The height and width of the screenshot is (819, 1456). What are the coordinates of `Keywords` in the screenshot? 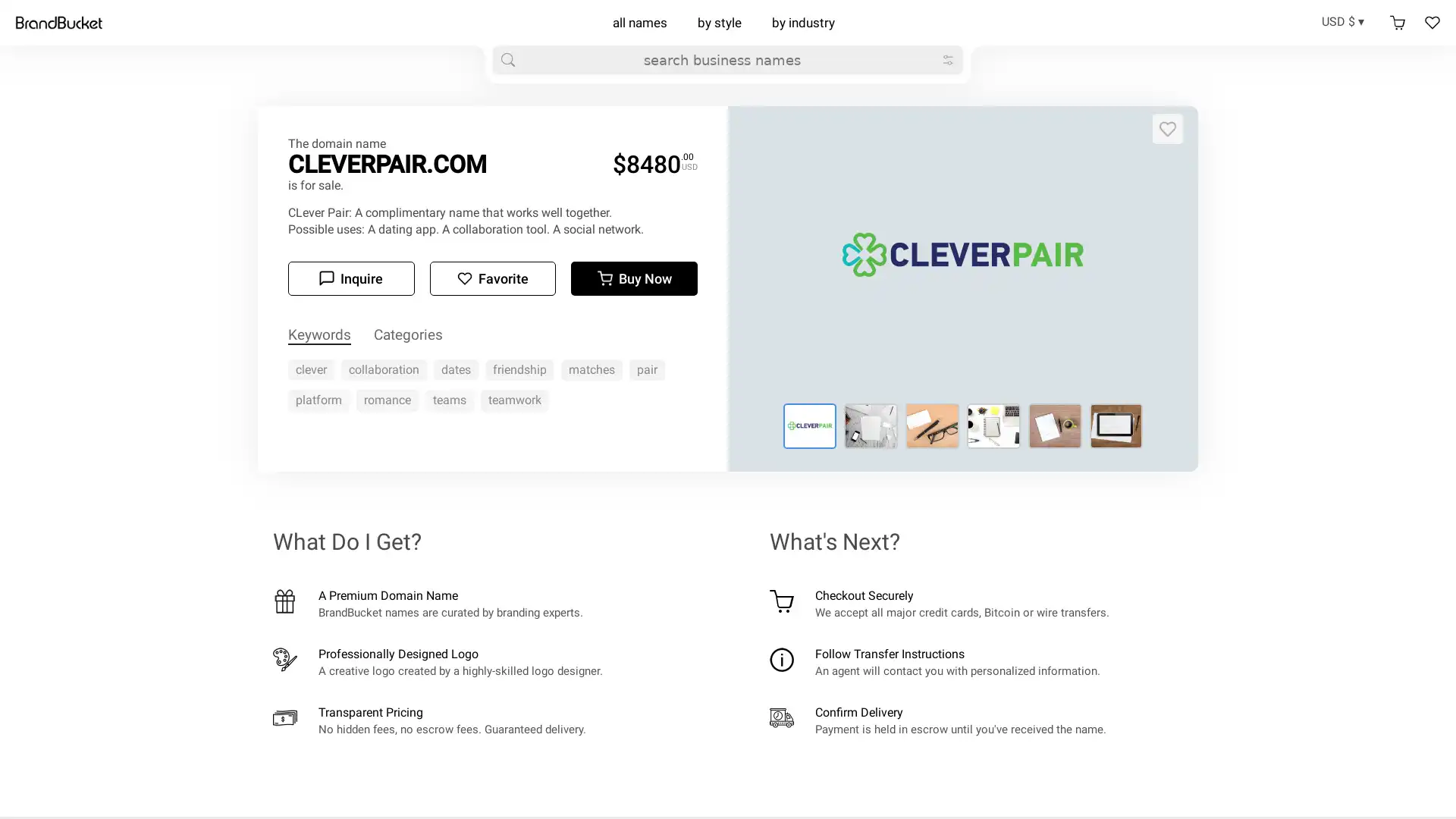 It's located at (318, 334).